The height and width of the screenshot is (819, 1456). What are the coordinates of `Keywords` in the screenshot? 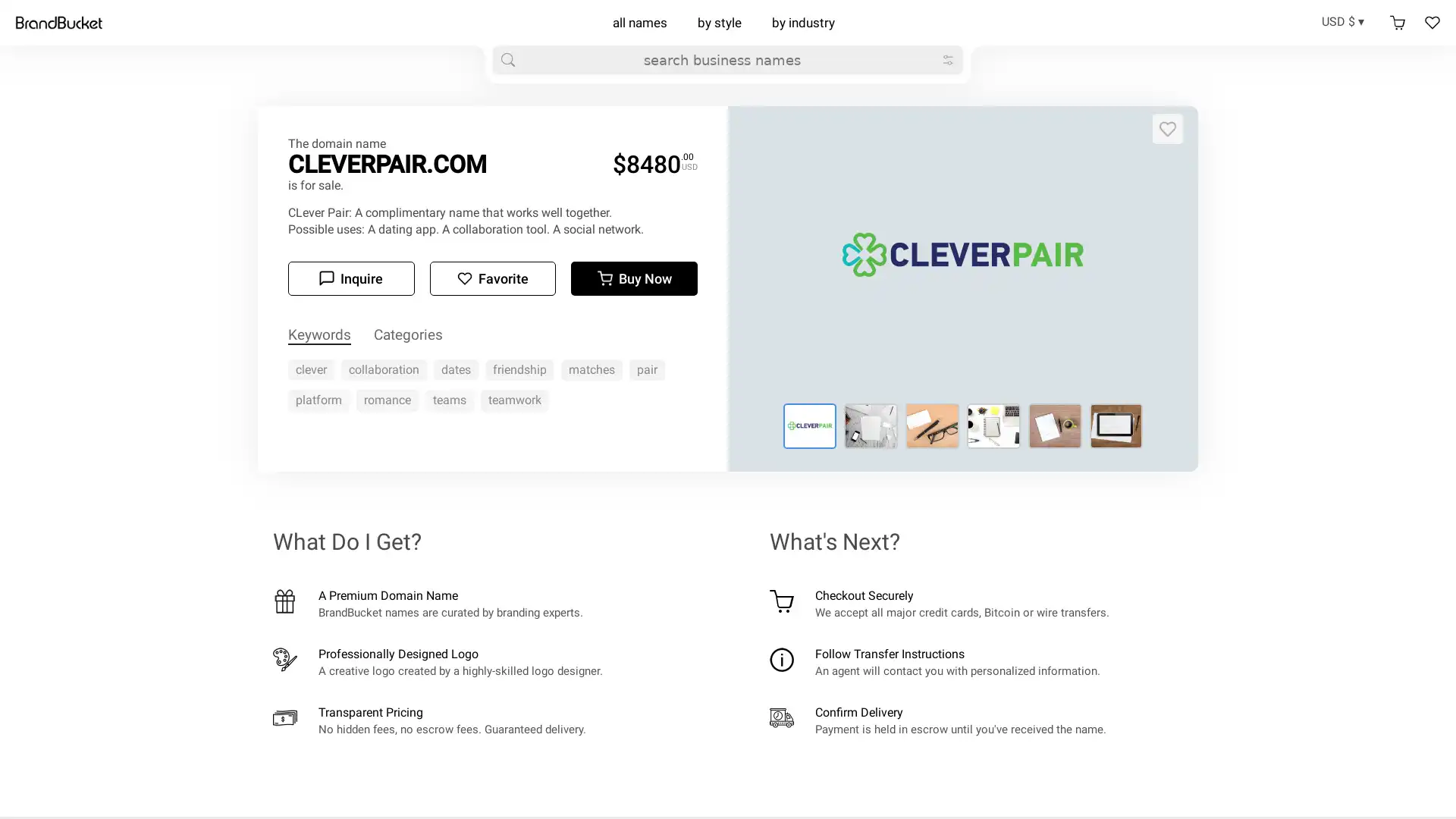 It's located at (318, 334).